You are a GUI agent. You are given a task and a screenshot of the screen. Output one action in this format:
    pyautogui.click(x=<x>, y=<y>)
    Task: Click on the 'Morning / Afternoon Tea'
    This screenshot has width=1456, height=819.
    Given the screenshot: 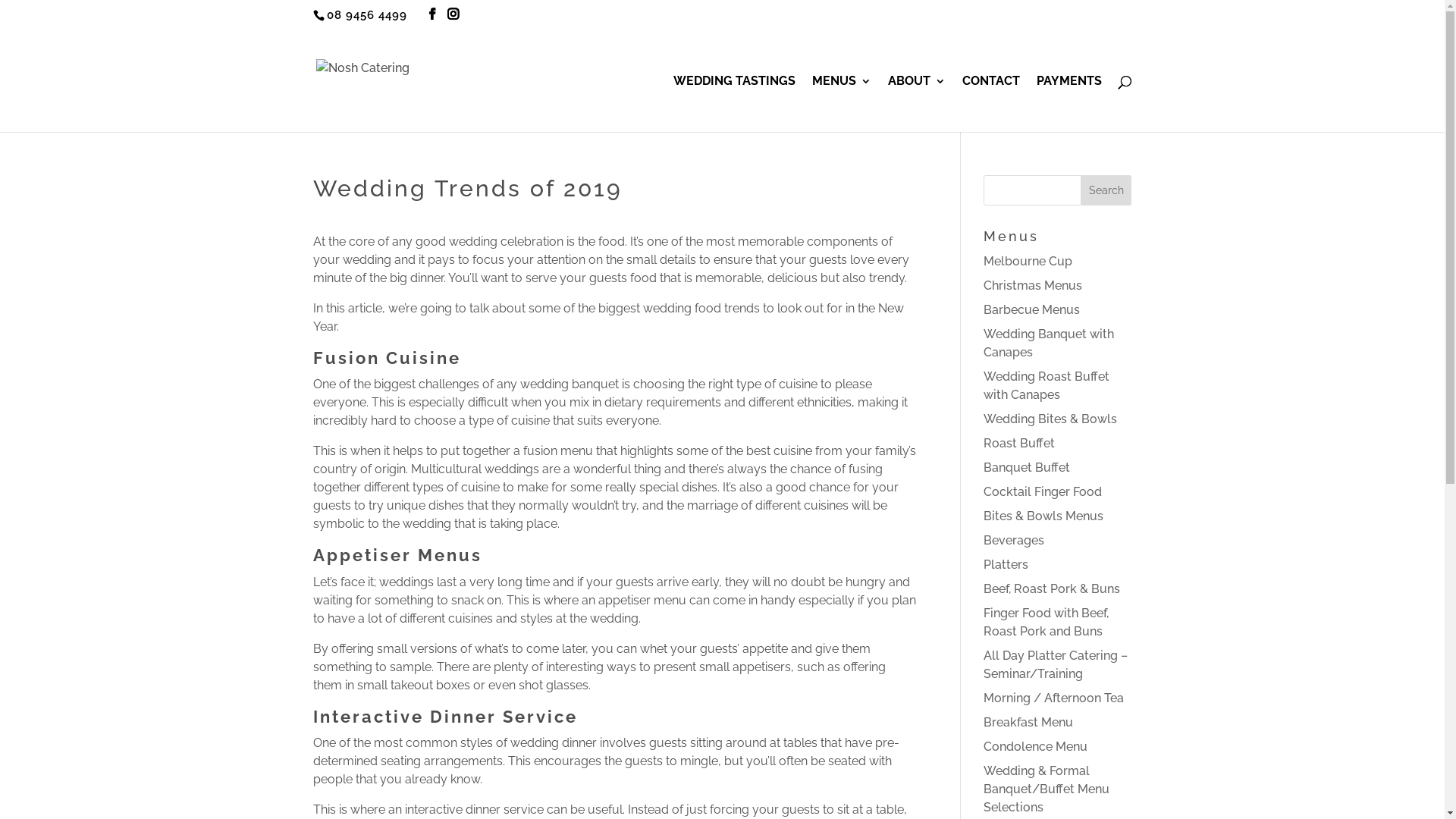 What is the action you would take?
    pyautogui.click(x=1053, y=698)
    